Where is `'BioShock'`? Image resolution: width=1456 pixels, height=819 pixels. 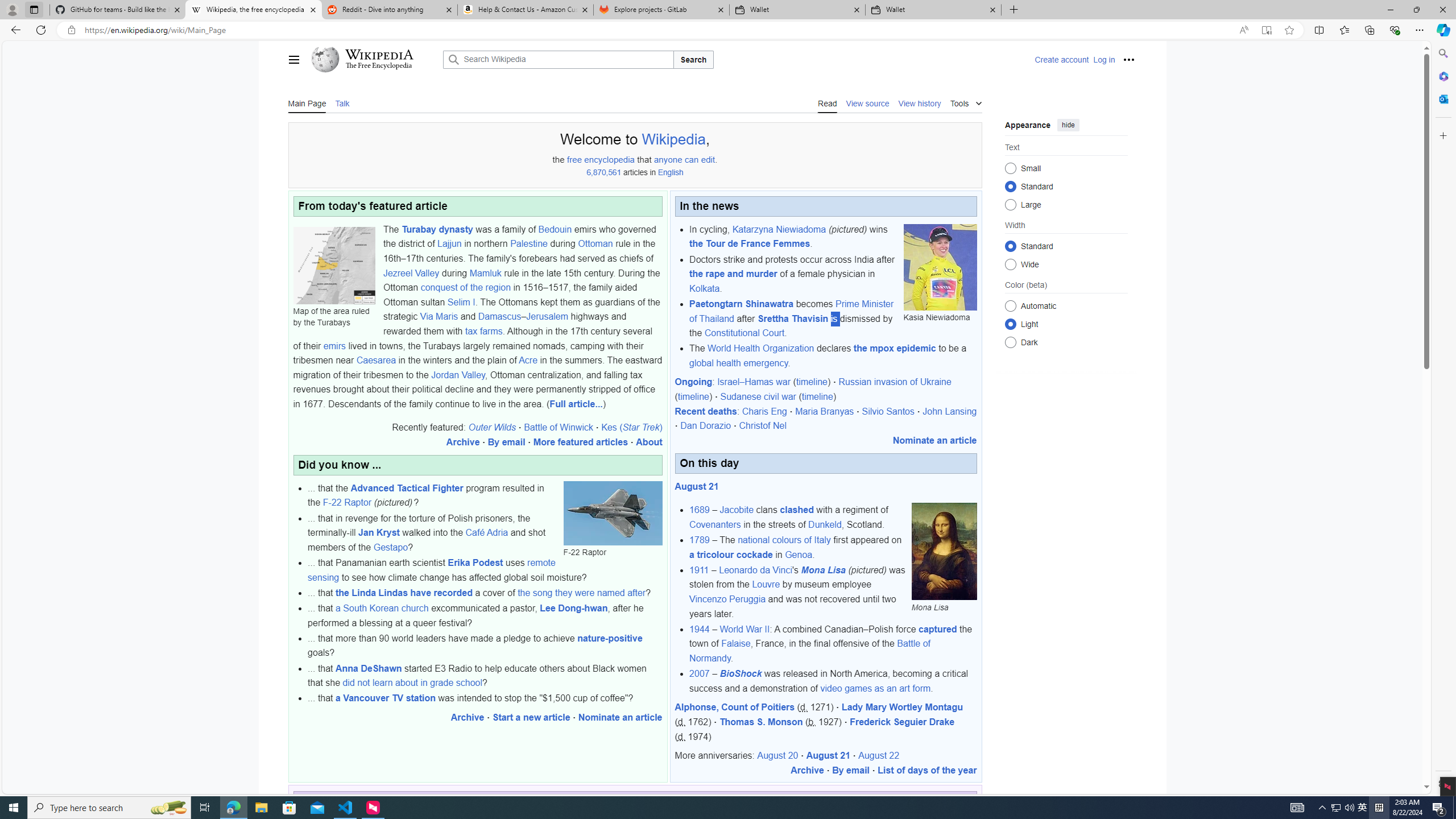 'BioShock' is located at coordinates (739, 673).